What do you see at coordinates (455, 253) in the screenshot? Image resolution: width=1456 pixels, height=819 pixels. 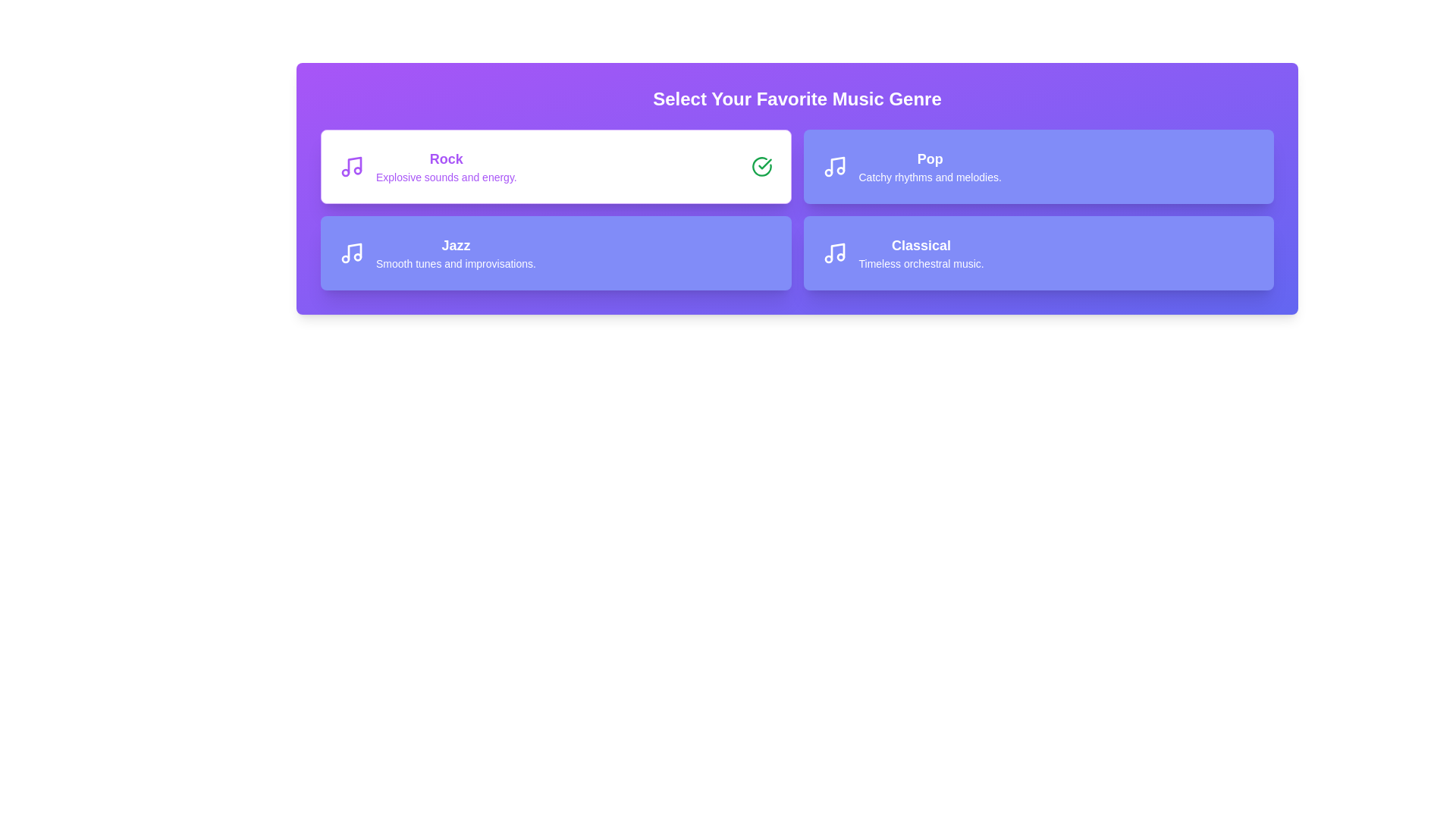 I see `text content displayed in the 'Jazz' card, which includes 'Jazz' in a large, bold font and 'Smooth tunes and improvisations.' in smaller, regular styling` at bounding box center [455, 253].